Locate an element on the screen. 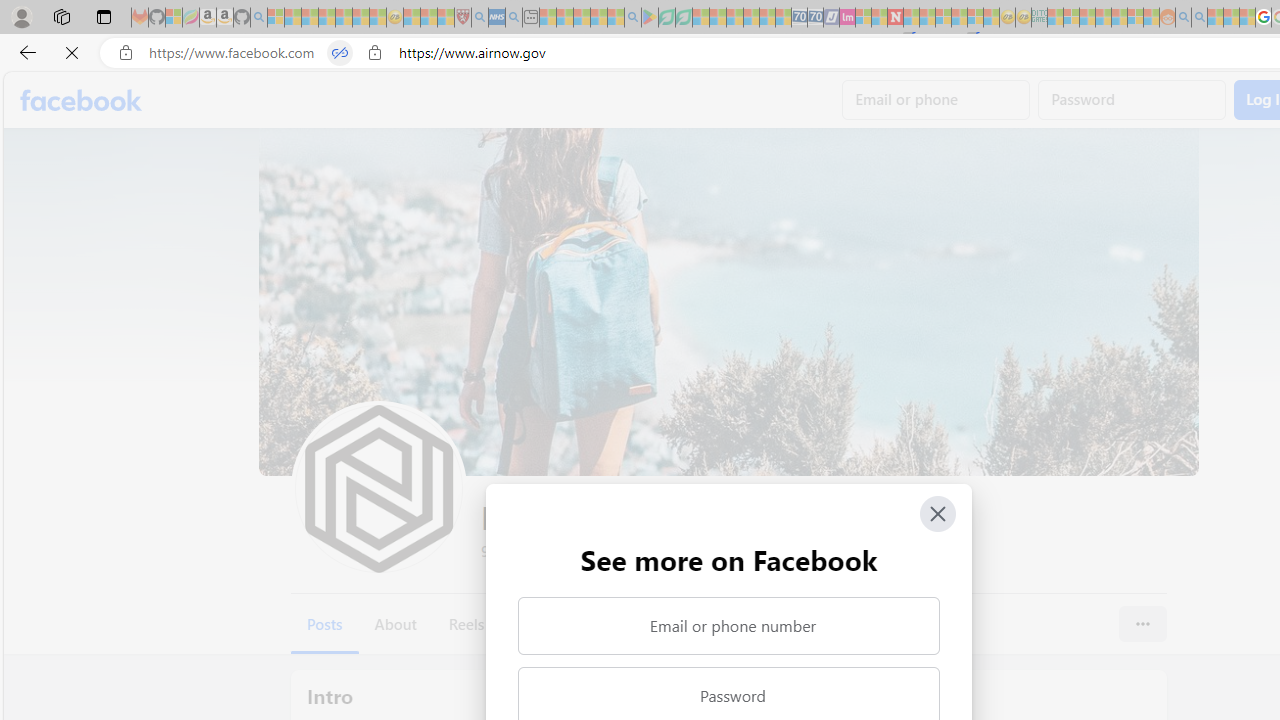 Image resolution: width=1280 pixels, height=720 pixels. 'Latest Politics News & Archive | Newsweek.com - Sleeping' is located at coordinates (894, 17).